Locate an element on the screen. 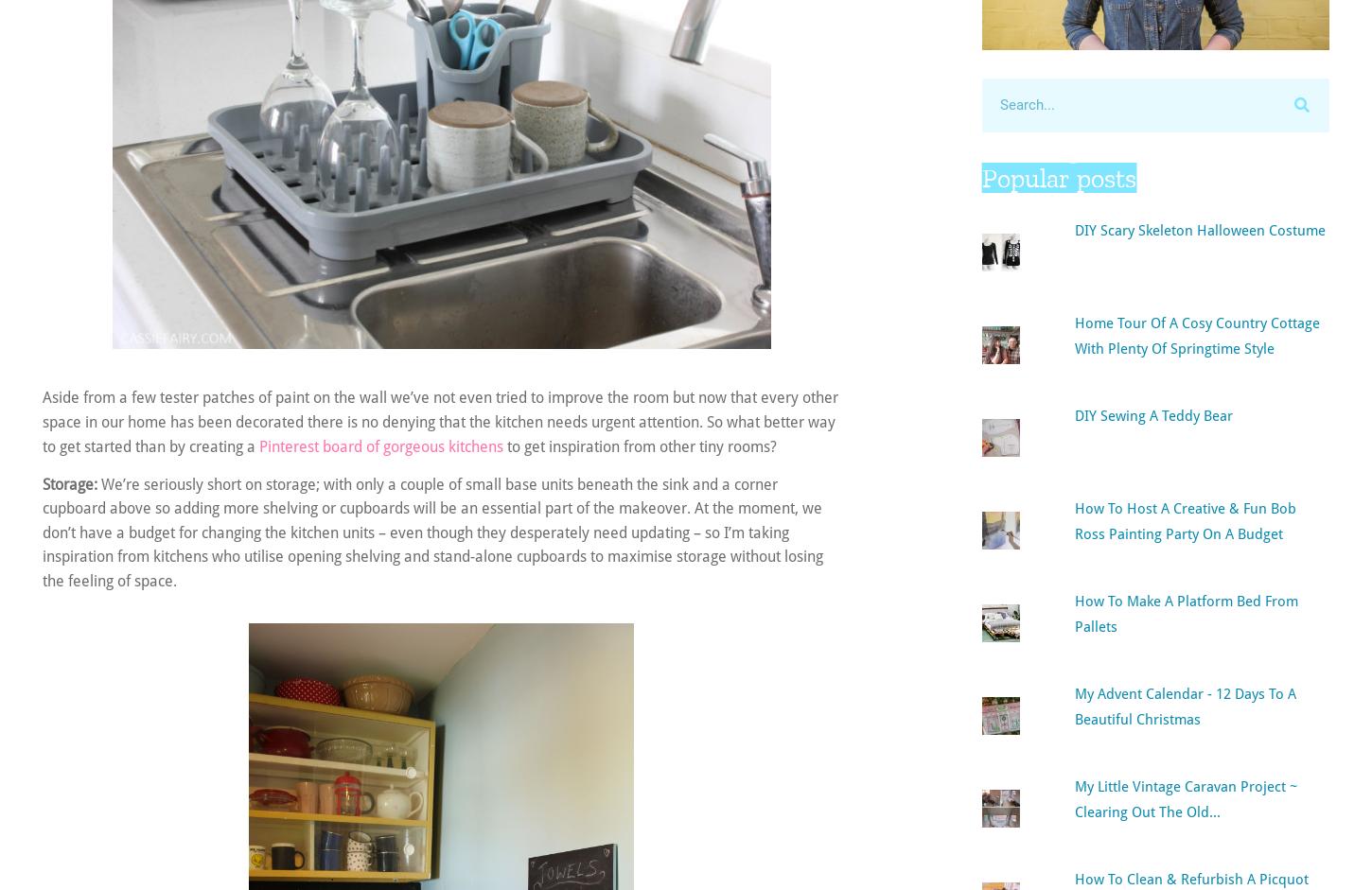 Image resolution: width=1372 pixels, height=890 pixels. 'Home tour of a cosy country cottage with plenty of springtime style' is located at coordinates (1196, 335).